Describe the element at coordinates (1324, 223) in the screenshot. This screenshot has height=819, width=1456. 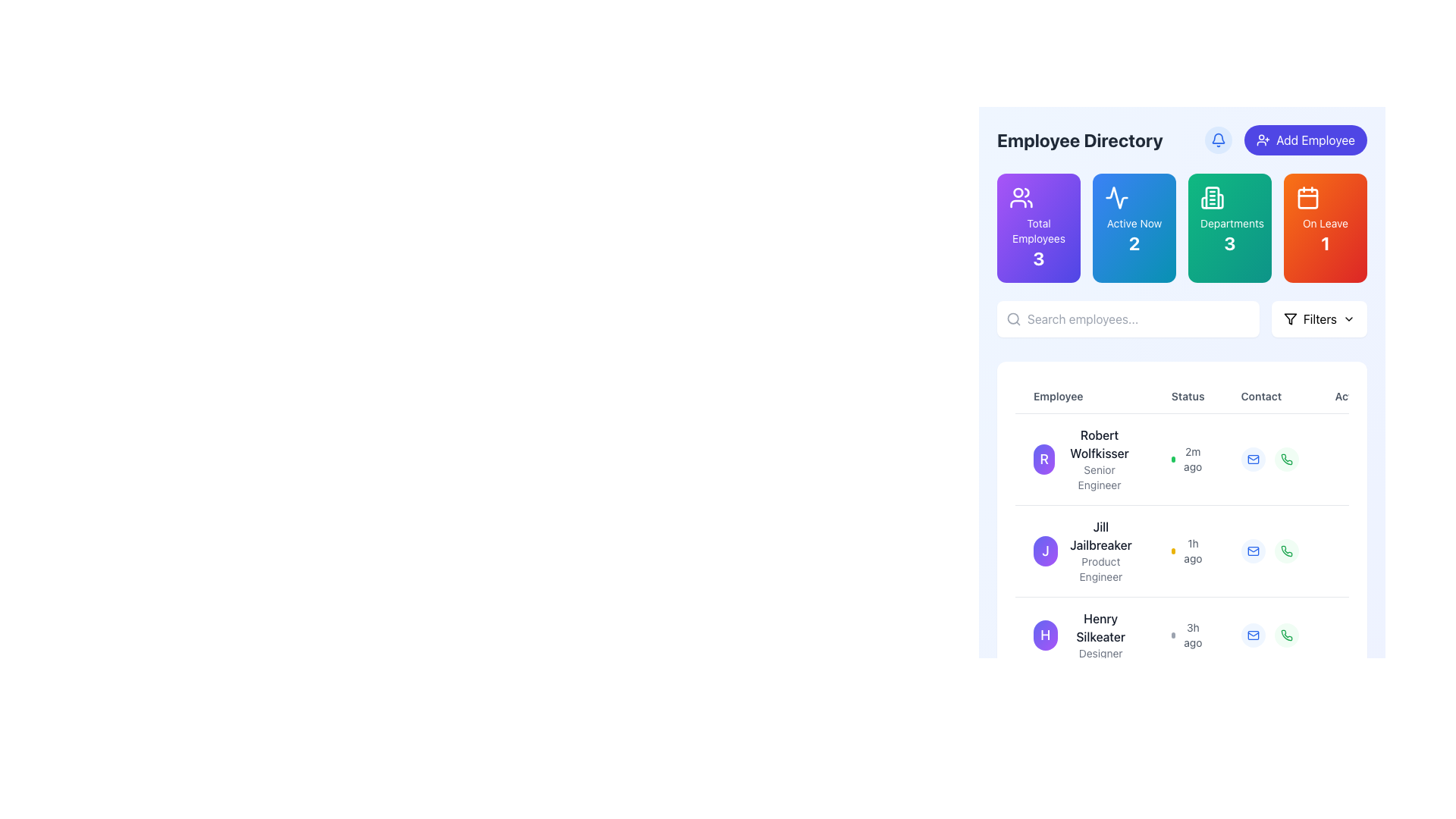
I see `the Text label that provides contextual information about the count of people on leave, which is positioned above the numerical text '1' and below a calendar icon on a gradient orange-to-red background` at that location.